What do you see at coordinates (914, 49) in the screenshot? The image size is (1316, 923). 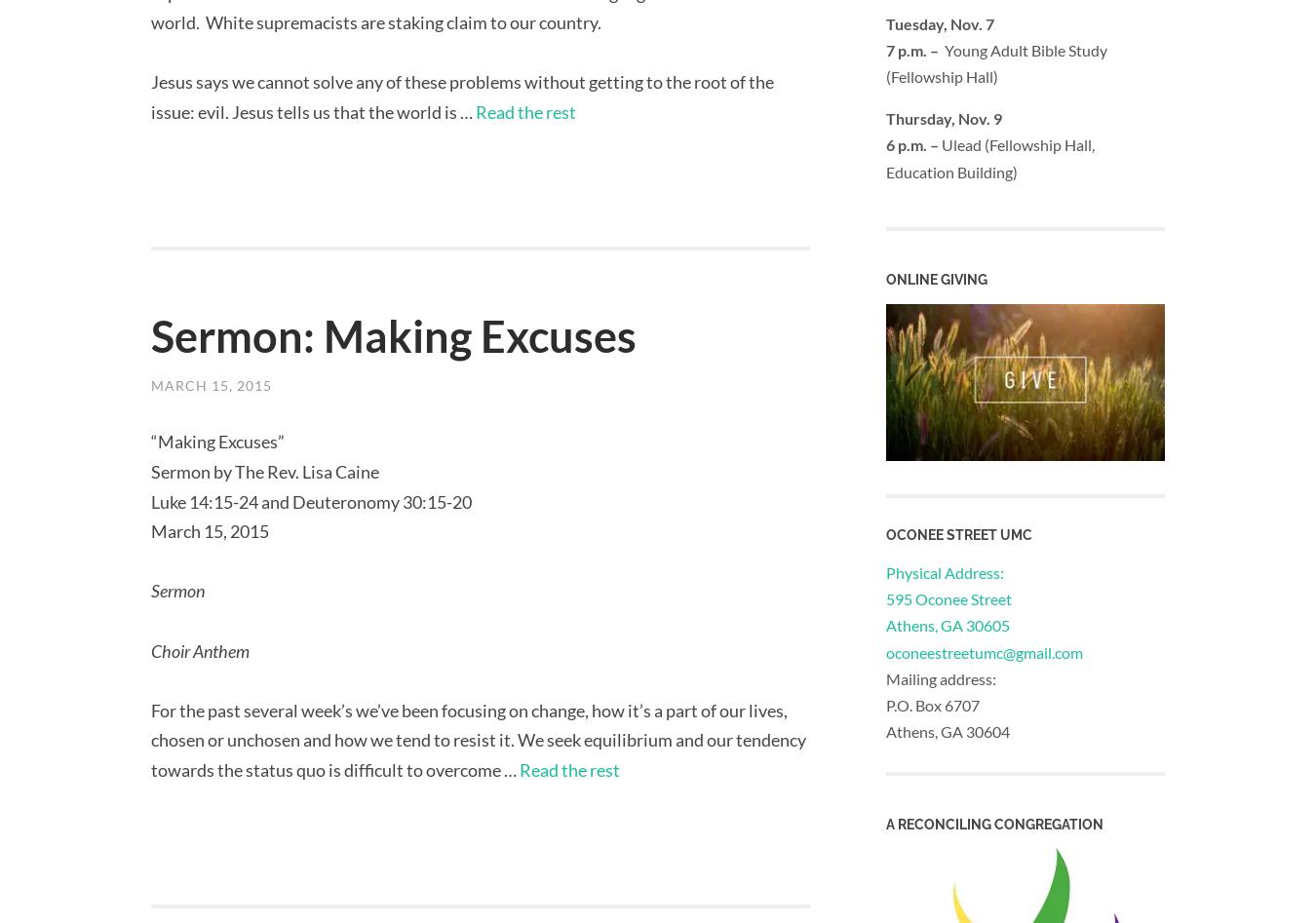 I see `'7 p.m. –'` at bounding box center [914, 49].